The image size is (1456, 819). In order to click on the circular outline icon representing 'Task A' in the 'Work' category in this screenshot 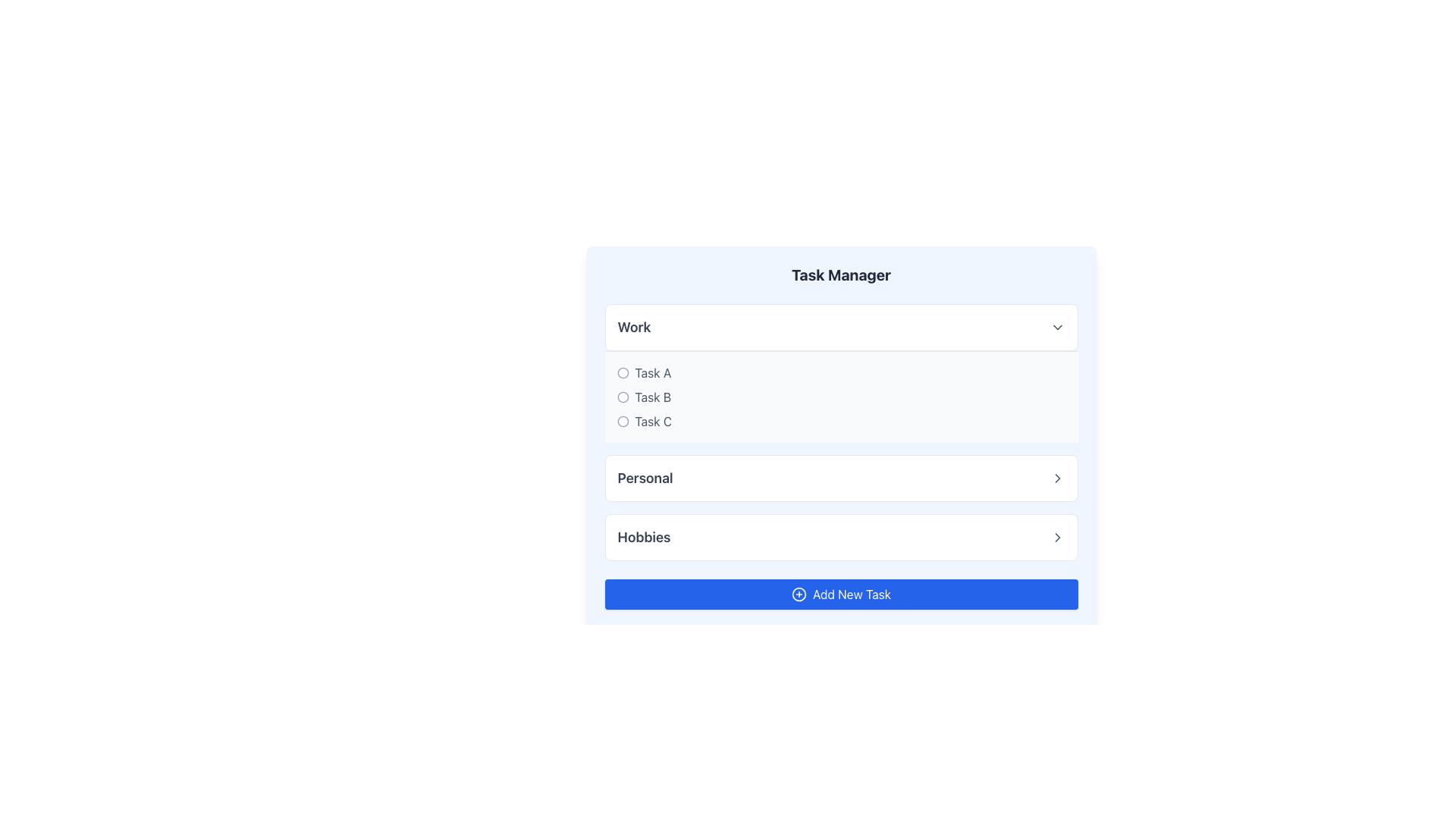, I will do `click(623, 373)`.